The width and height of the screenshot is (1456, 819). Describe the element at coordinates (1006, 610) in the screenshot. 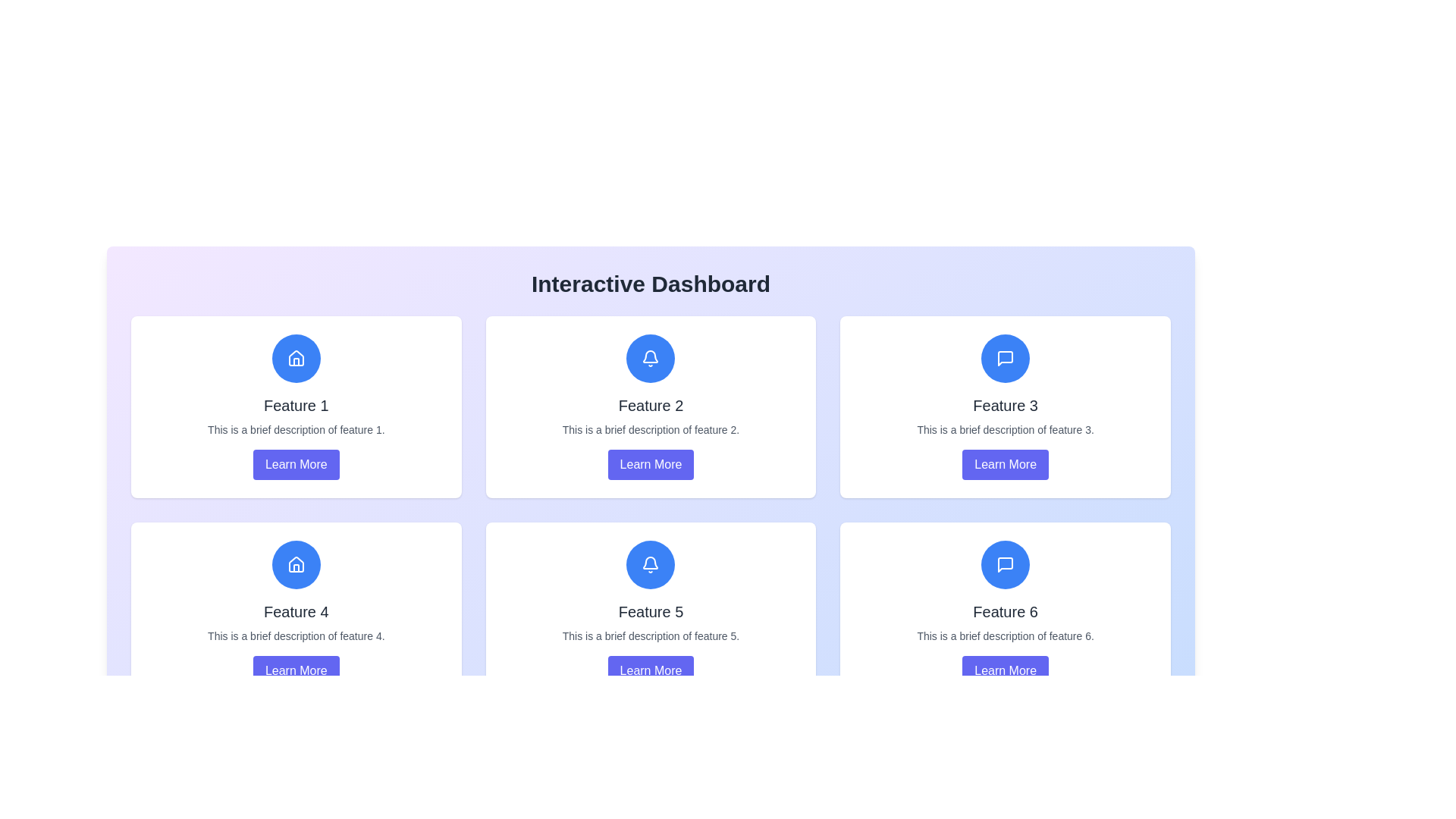

I see `the text label that serves as a title for the feature card located in the bottom-right card of a grid layout` at that location.